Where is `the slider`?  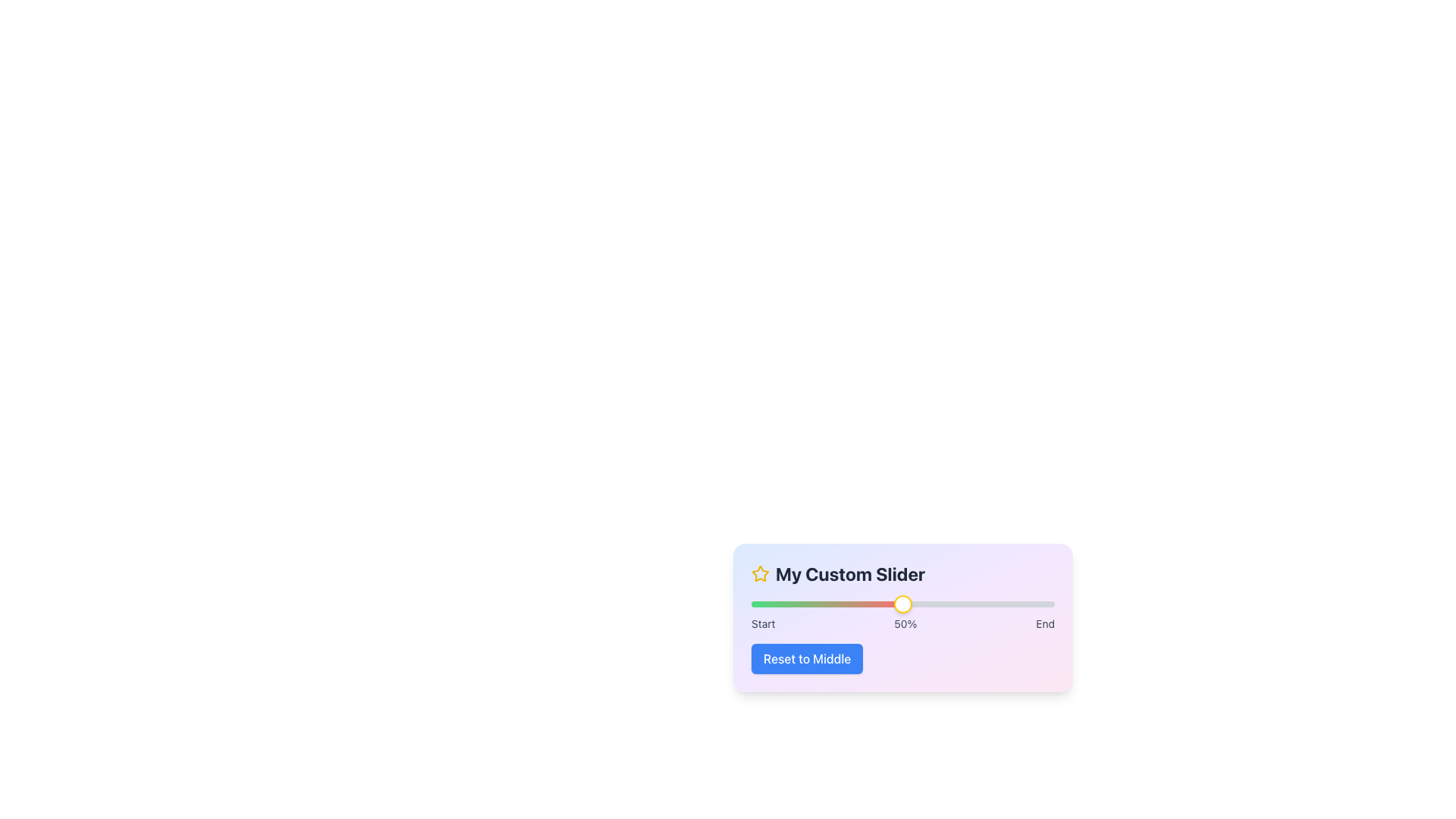
the slider is located at coordinates (948, 604).